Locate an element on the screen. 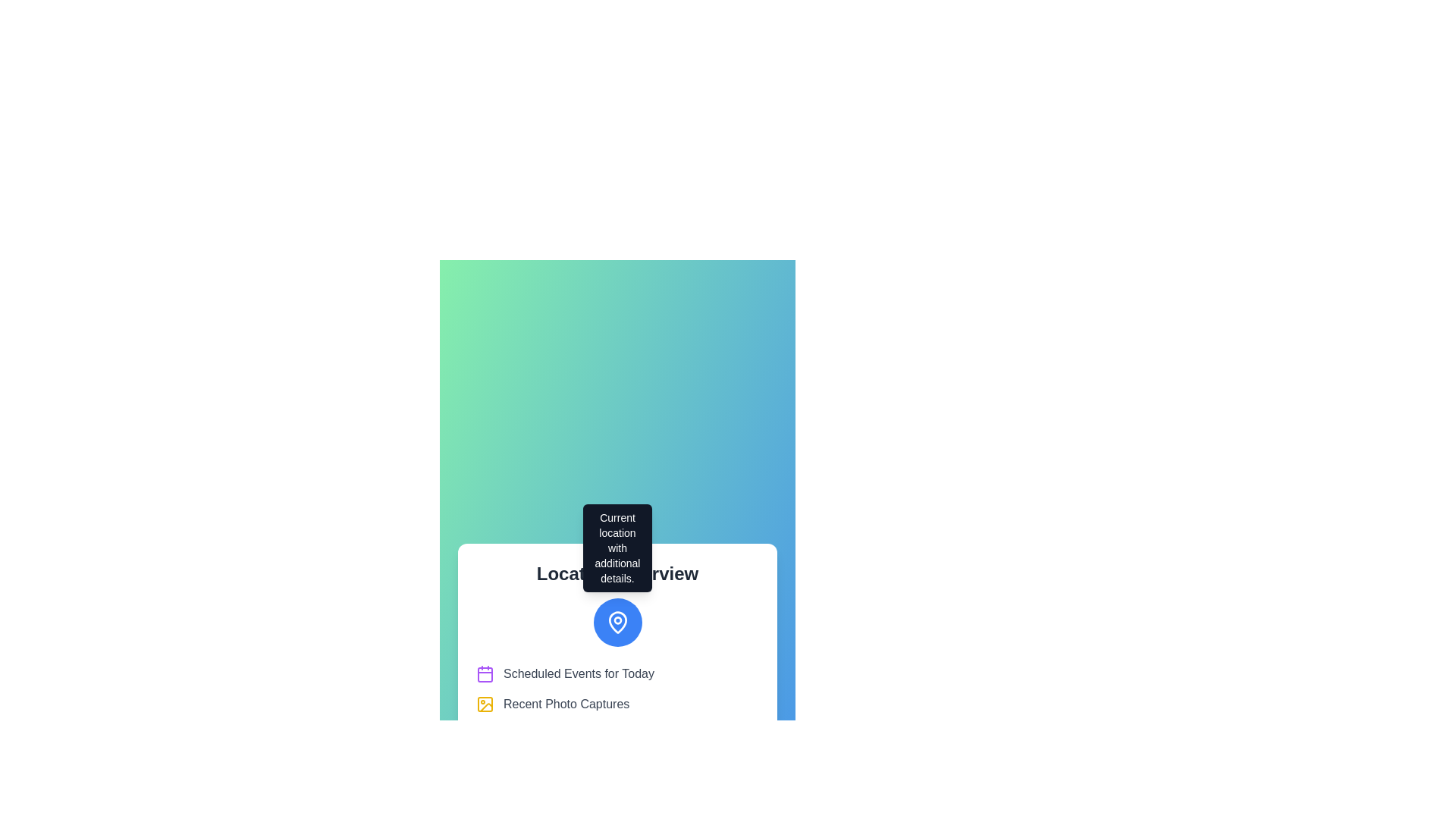 Image resolution: width=1456 pixels, height=819 pixels. the header element that features a calendar icon with a purple outline and the text 'Scheduled Events for Today' in gray font, which is located at the top of the vertical list is located at coordinates (617, 673).